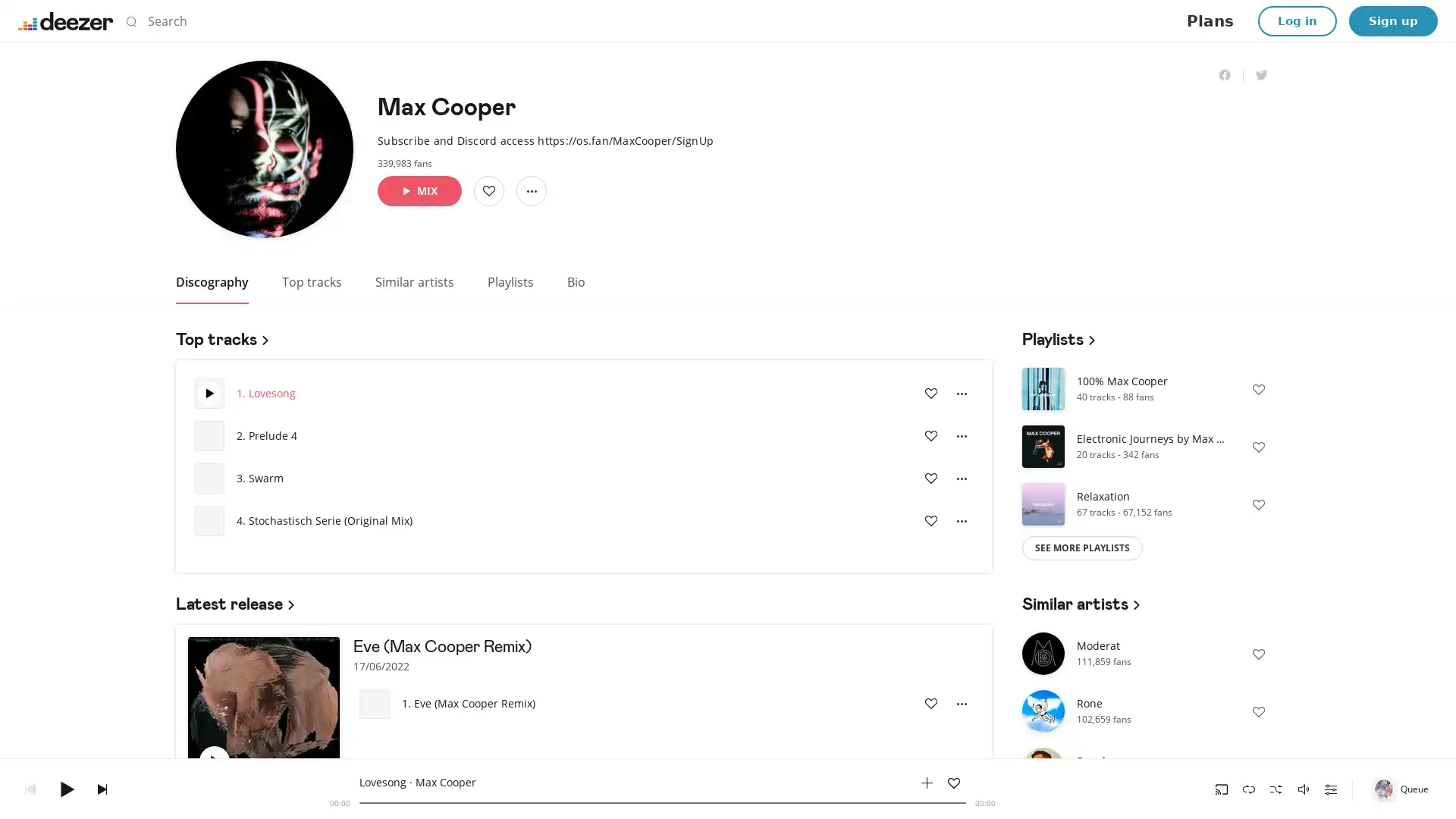 Image resolution: width=1456 pixels, height=819 pixels. I want to click on Play Swarm by Max Cooper, so click(208, 479).